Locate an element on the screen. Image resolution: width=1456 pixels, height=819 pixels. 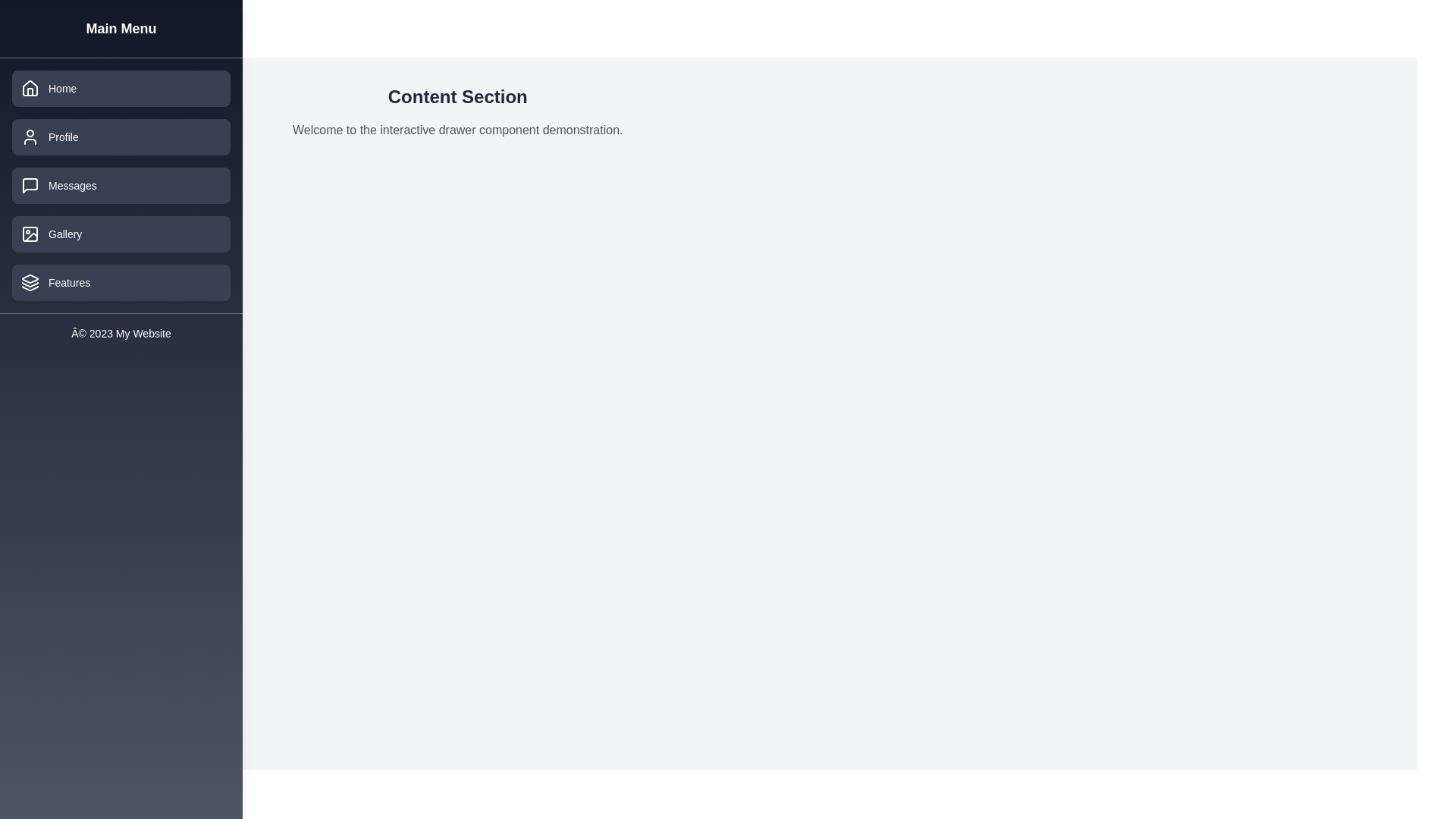
the small rectangular shape with rounded corners within the SVG icon of the Gallery menu item in the sidebar is located at coordinates (30, 234).